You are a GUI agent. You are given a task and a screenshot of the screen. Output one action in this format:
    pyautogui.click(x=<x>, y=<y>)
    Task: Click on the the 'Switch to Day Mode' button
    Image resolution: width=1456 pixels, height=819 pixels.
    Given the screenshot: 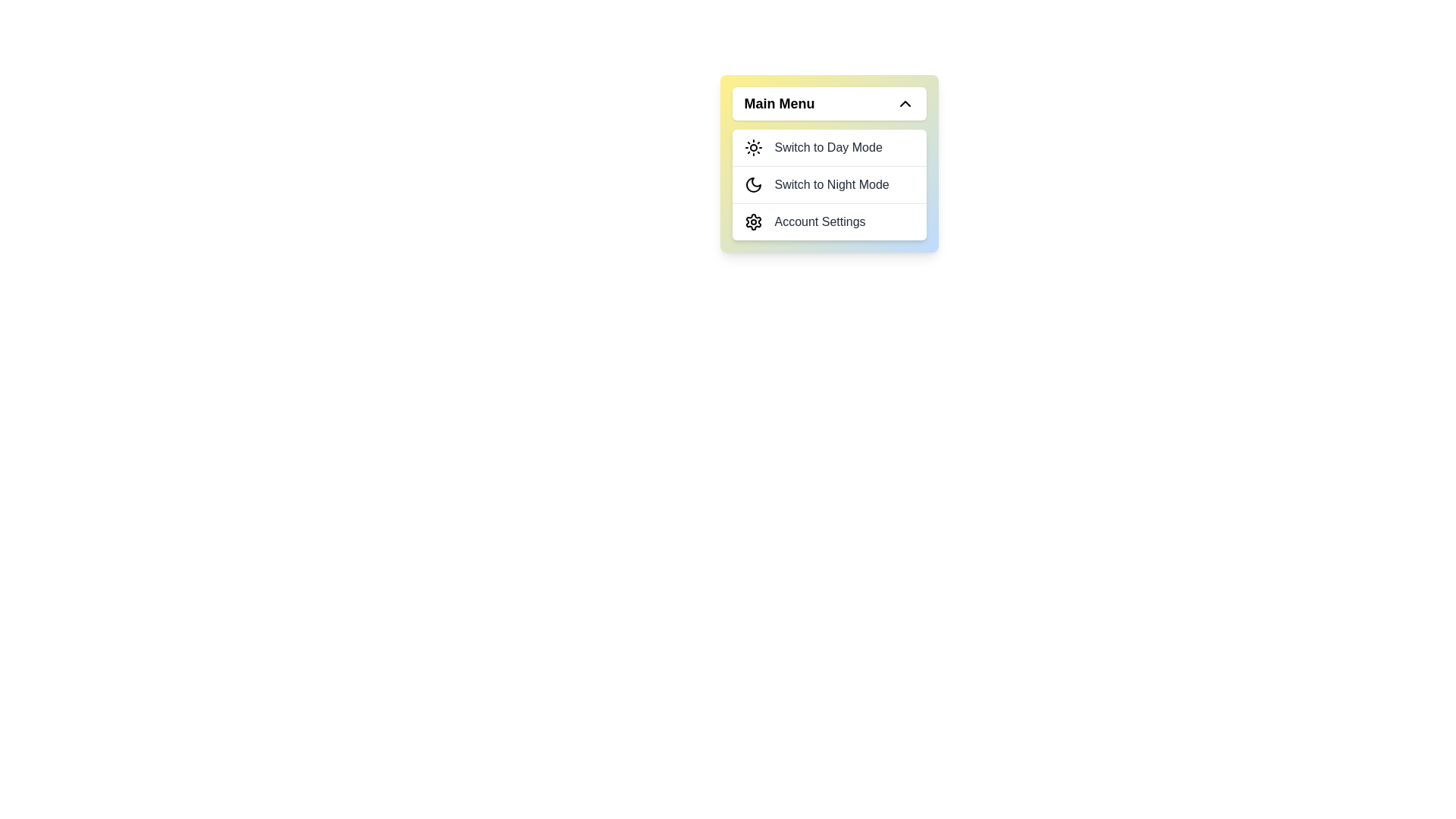 What is the action you would take?
    pyautogui.click(x=828, y=148)
    